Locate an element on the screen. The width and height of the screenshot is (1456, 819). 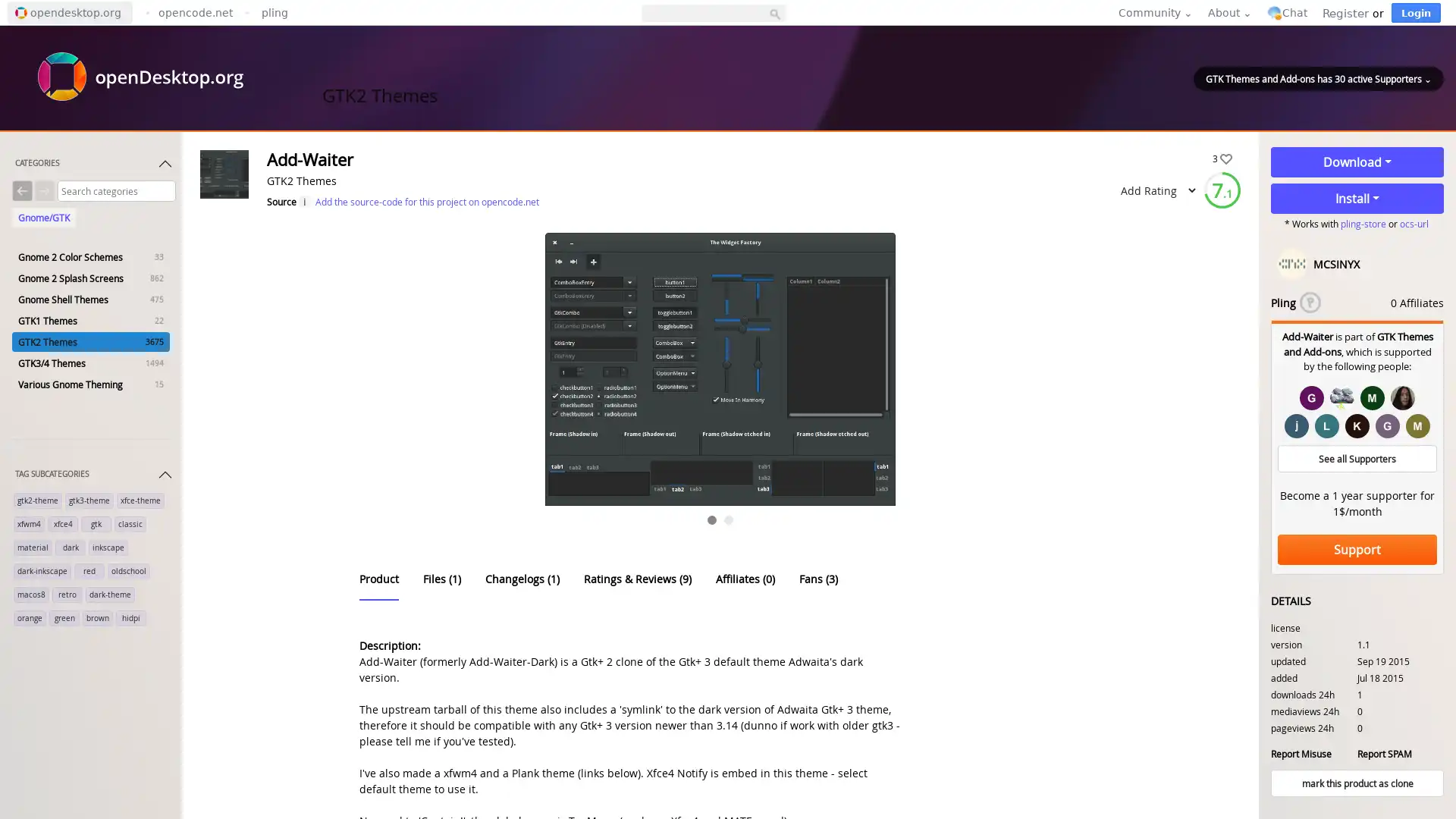
Install is located at coordinates (1357, 198).